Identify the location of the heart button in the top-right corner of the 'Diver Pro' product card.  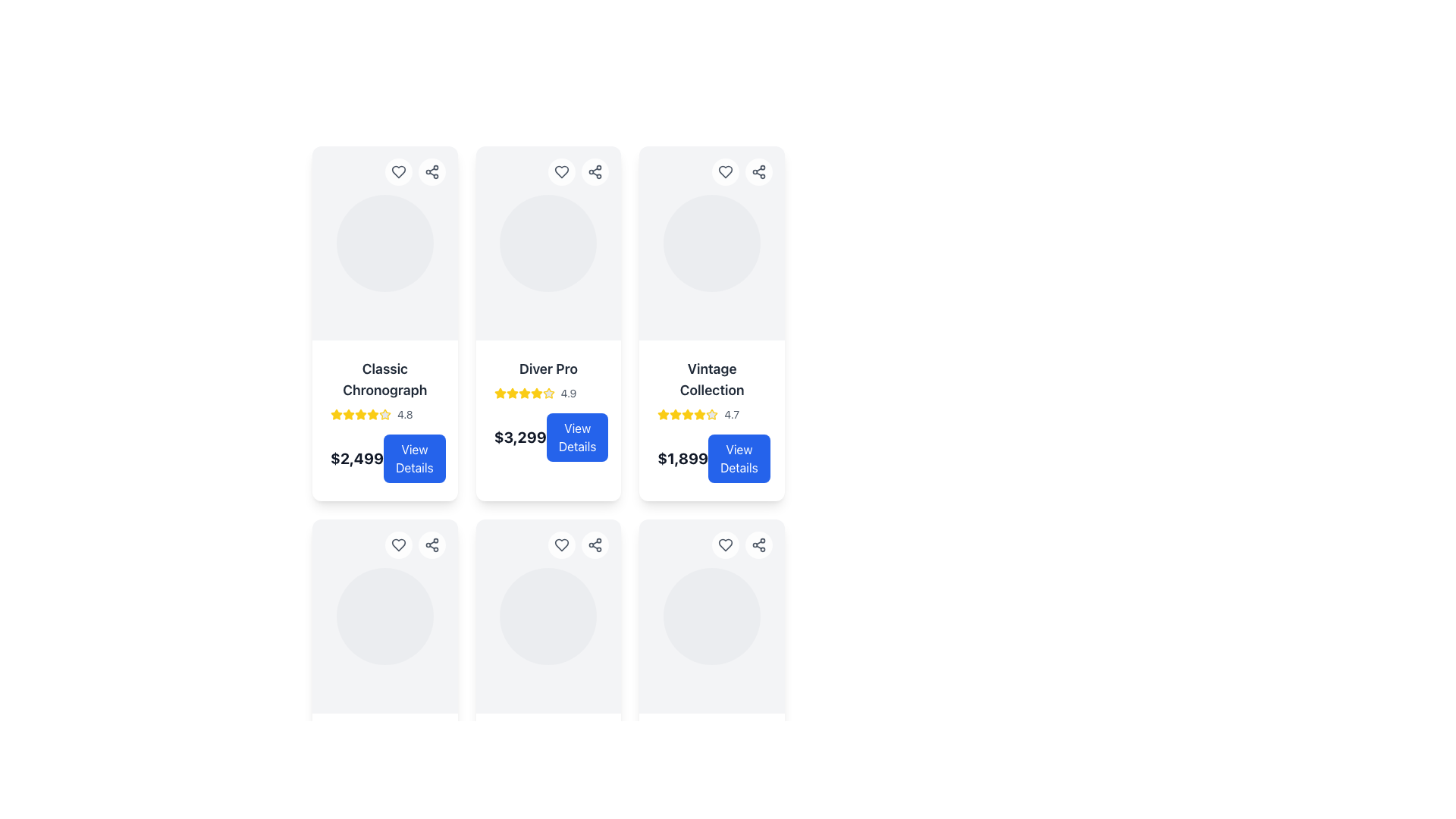
(561, 171).